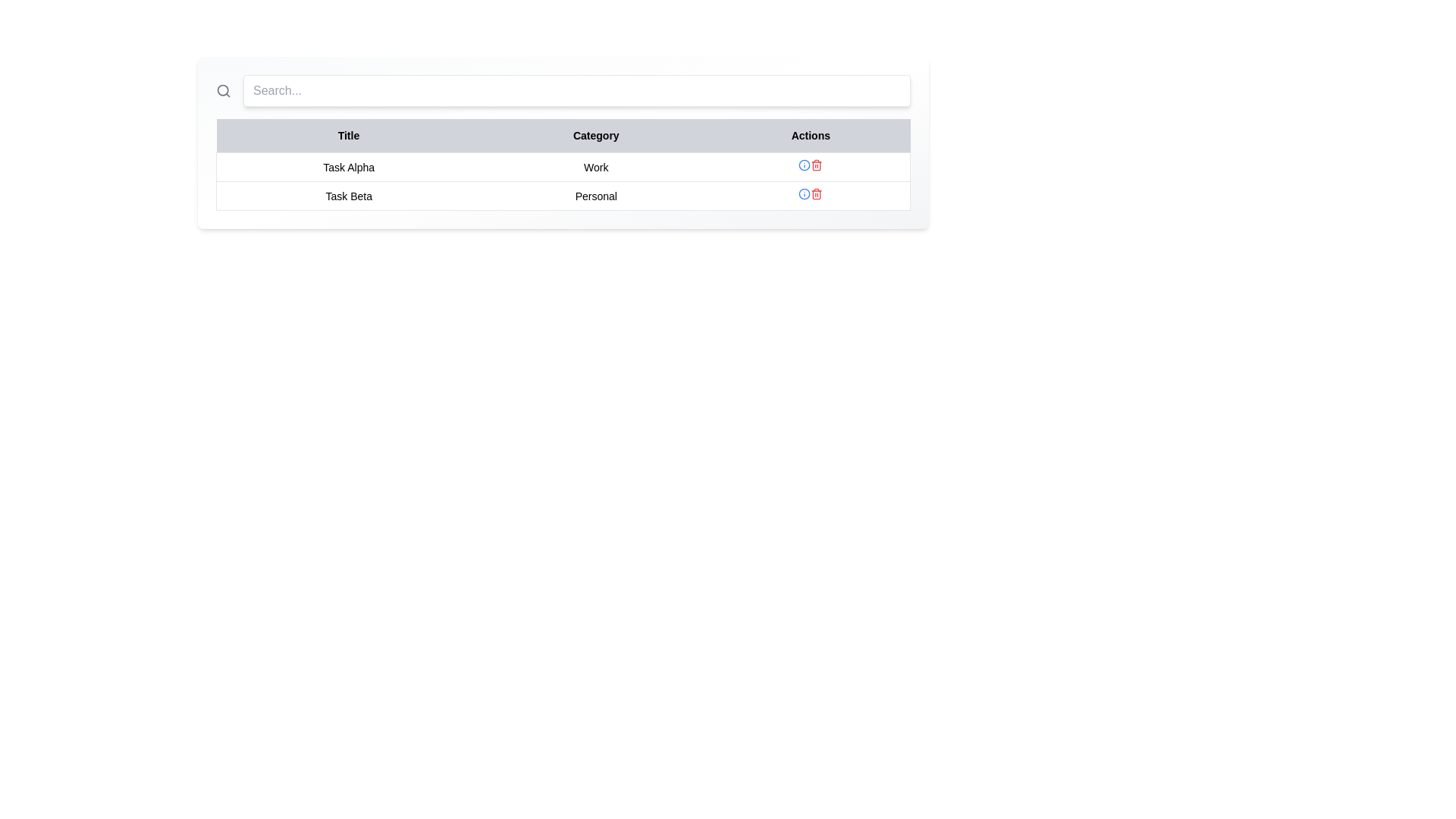  What do you see at coordinates (804, 165) in the screenshot?
I see `the 'info' icon button located in the second row of the table under the 'Actions' column, next to the red delete icon` at bounding box center [804, 165].